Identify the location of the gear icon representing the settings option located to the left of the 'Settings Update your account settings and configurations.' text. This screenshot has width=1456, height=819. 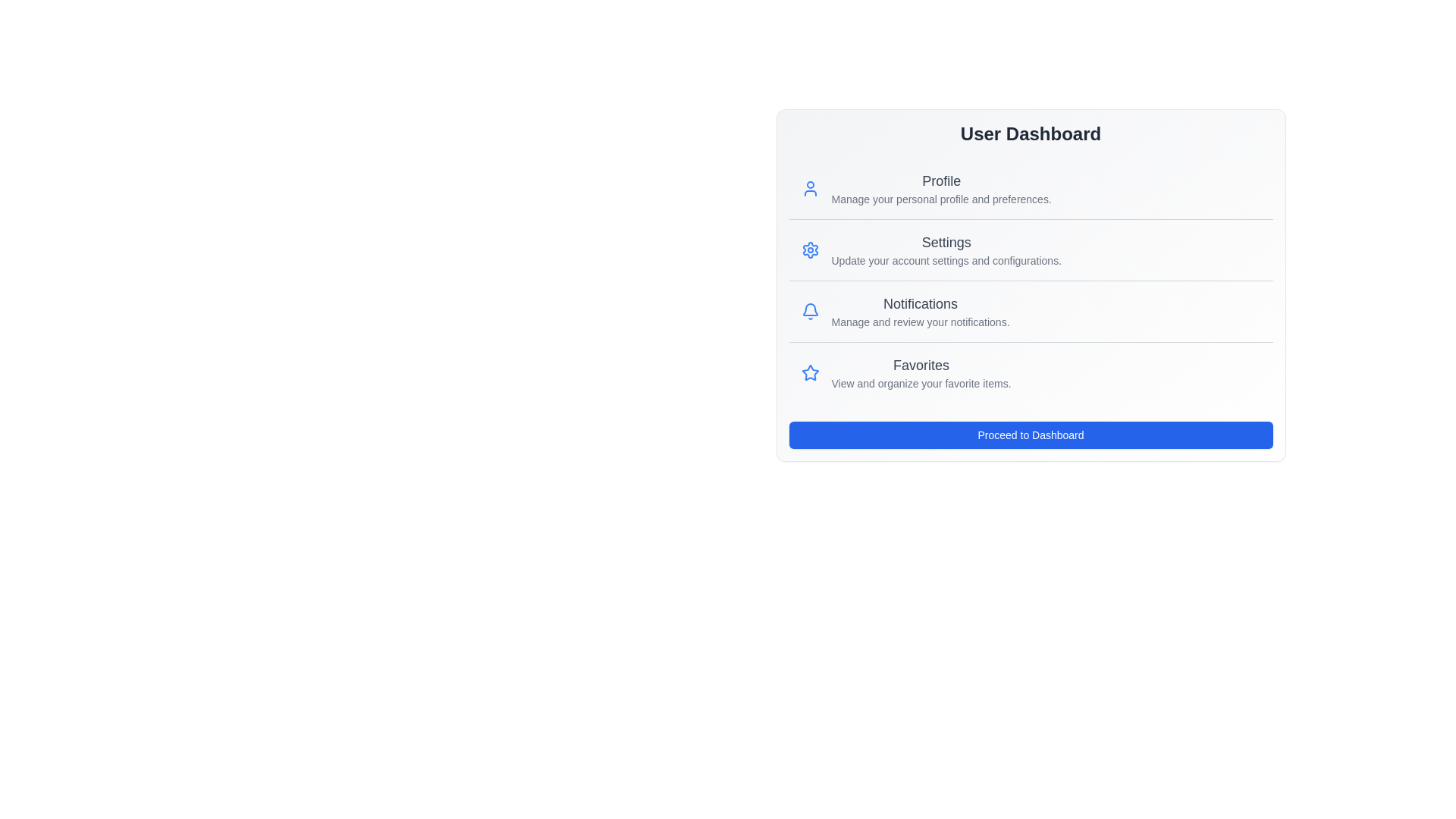
(809, 249).